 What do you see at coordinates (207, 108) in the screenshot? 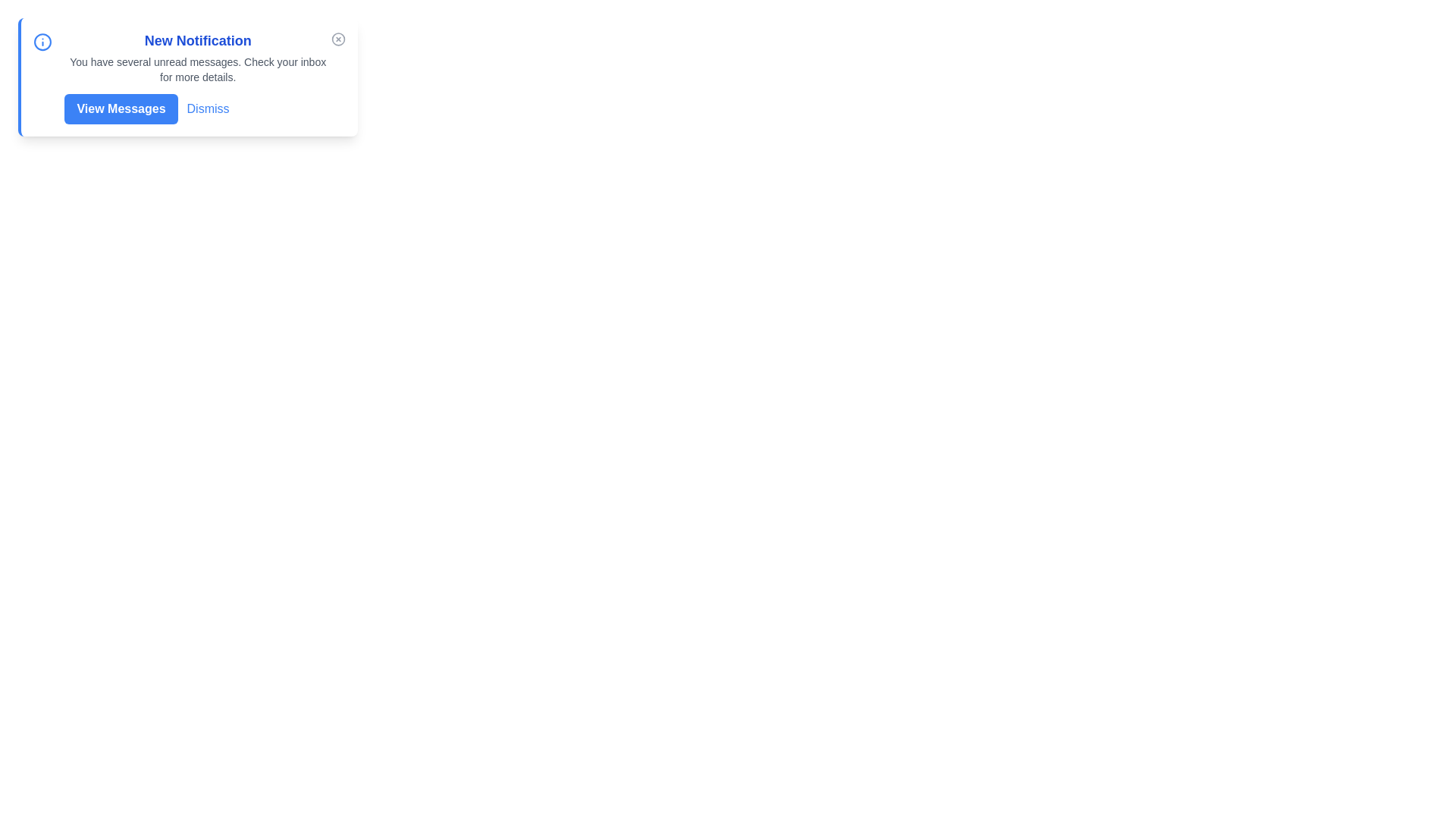
I see `the blue text link labeled 'Dismiss'` at bounding box center [207, 108].